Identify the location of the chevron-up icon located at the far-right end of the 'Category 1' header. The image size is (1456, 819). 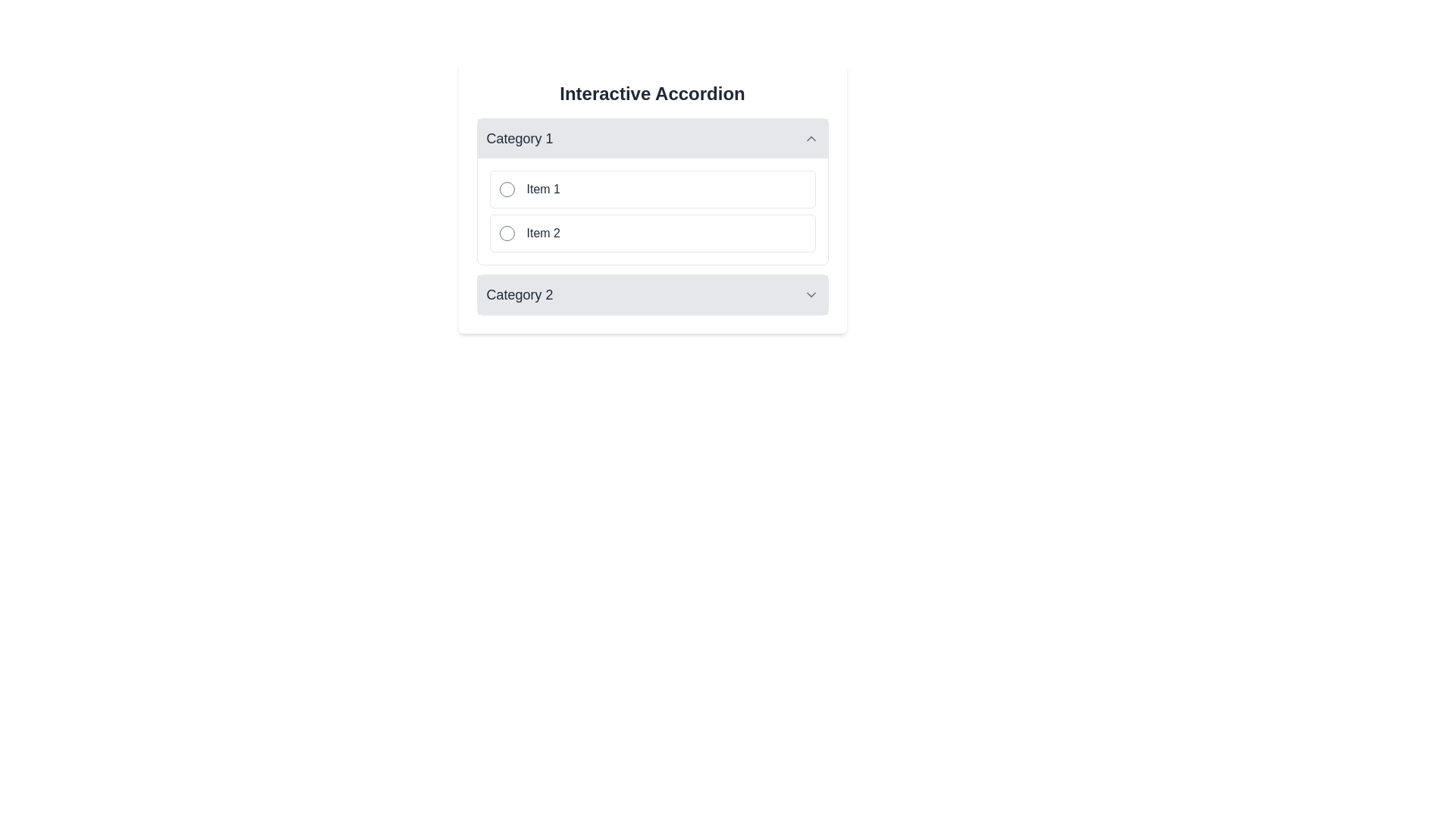
(810, 138).